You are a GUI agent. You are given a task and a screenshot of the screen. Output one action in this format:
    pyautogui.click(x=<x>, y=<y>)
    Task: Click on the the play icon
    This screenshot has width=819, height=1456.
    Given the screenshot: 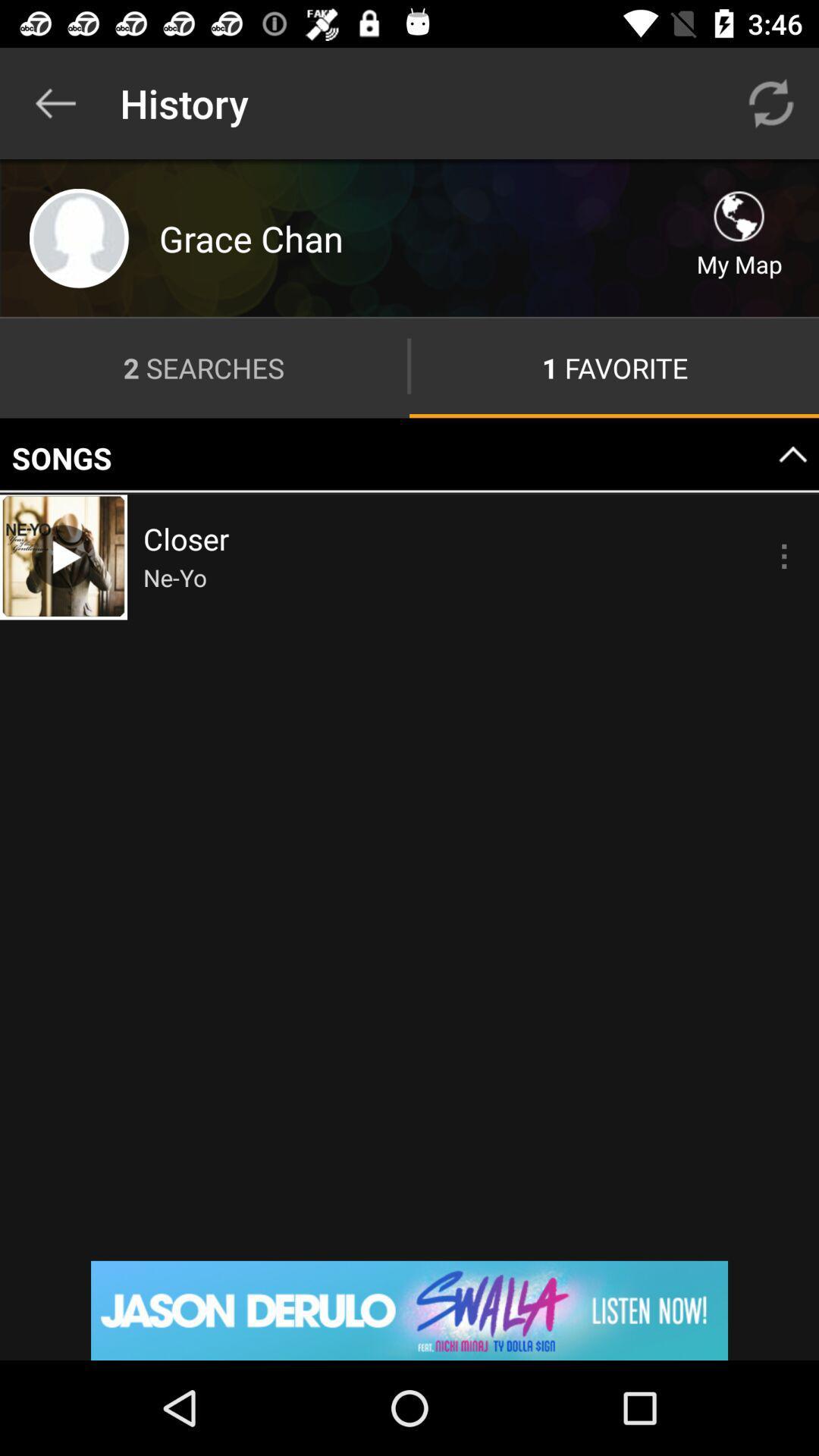 What is the action you would take?
    pyautogui.click(x=63, y=555)
    